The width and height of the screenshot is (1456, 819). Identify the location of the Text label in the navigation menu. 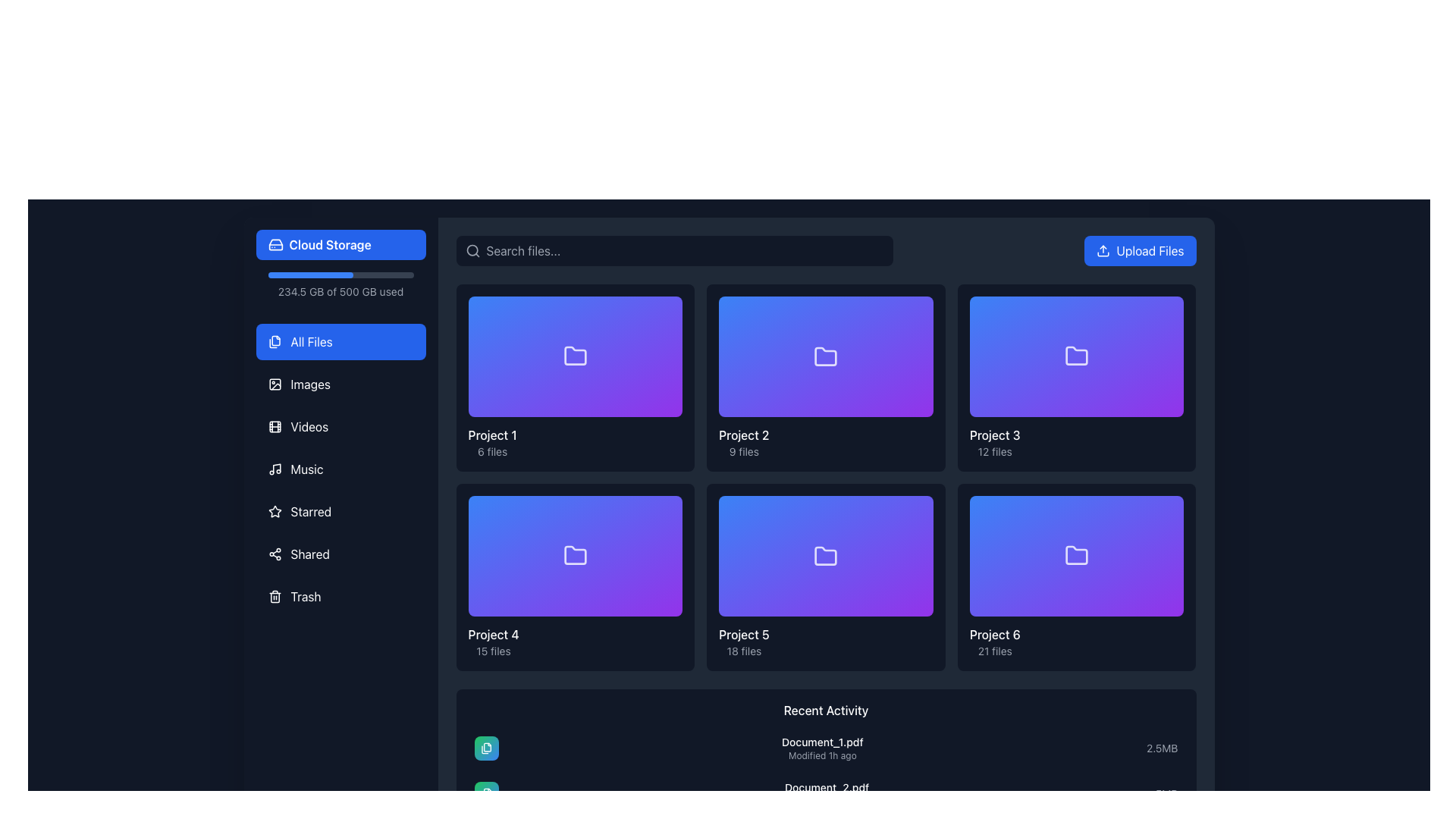
(305, 595).